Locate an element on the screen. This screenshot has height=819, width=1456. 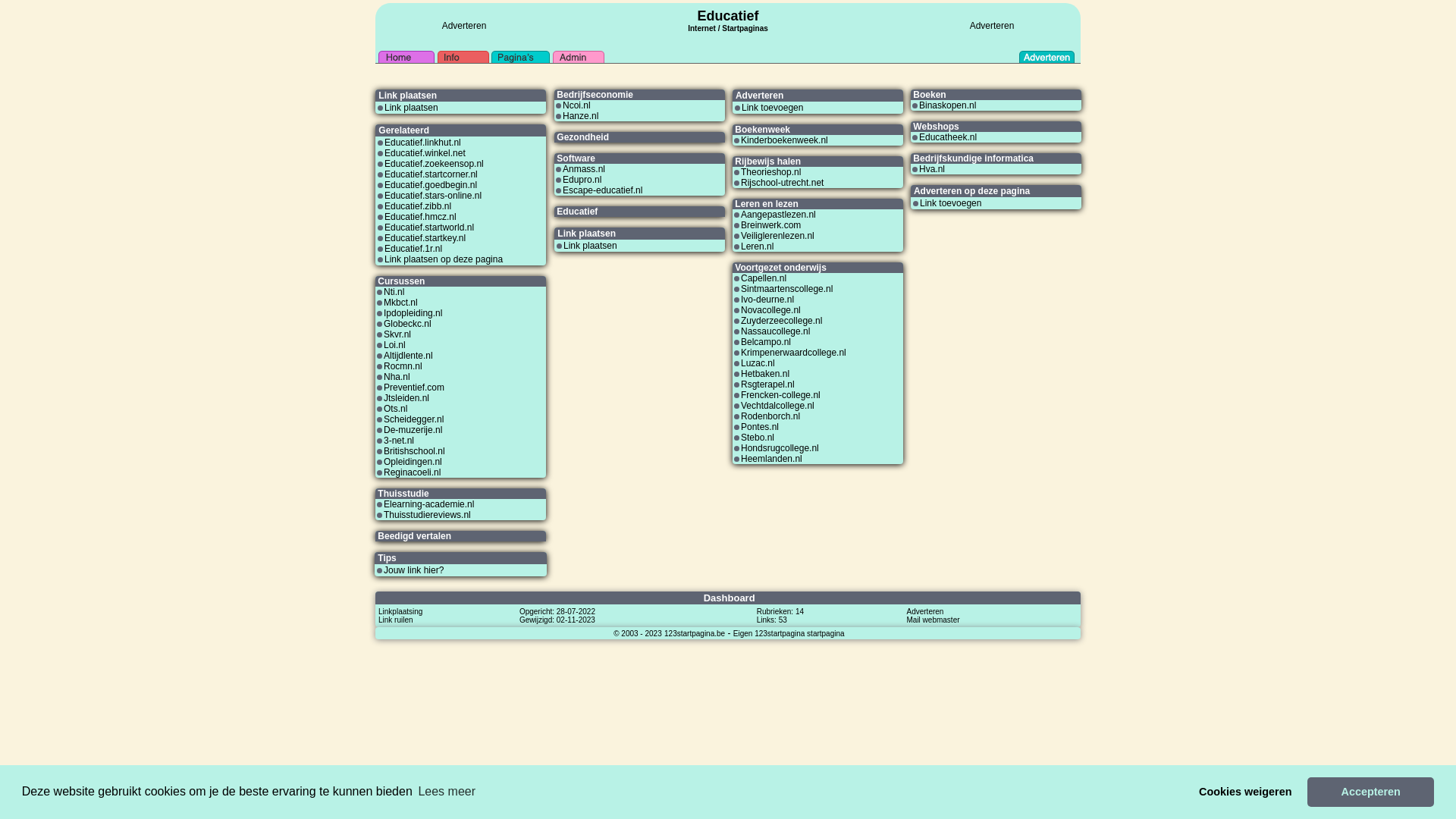
'Educatief.startworld.nl' is located at coordinates (428, 227).